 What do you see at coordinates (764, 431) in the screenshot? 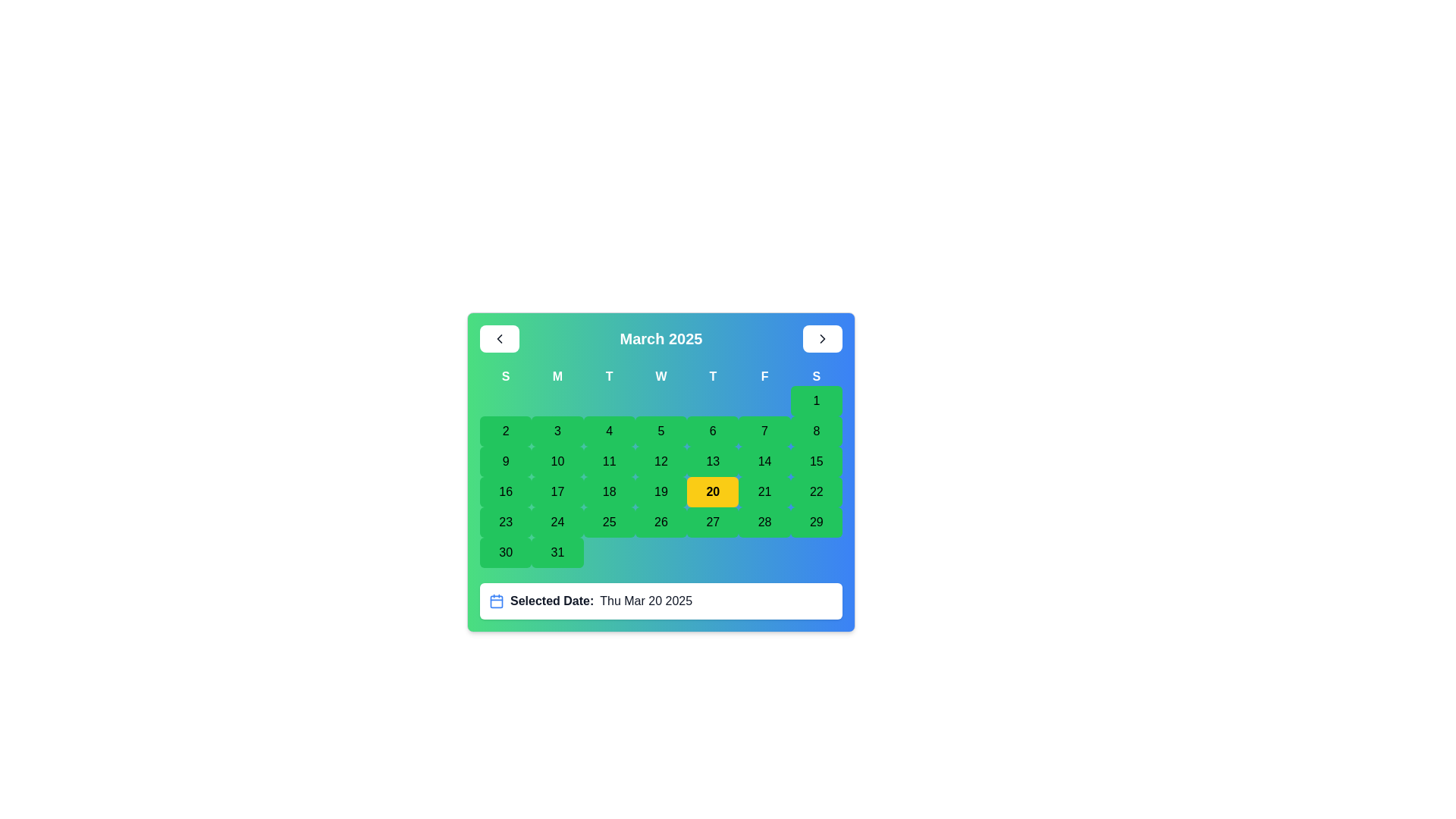
I see `the rectangular button with a green background containing the number '7', located in the second row and seventh column of the calendar grid` at bounding box center [764, 431].